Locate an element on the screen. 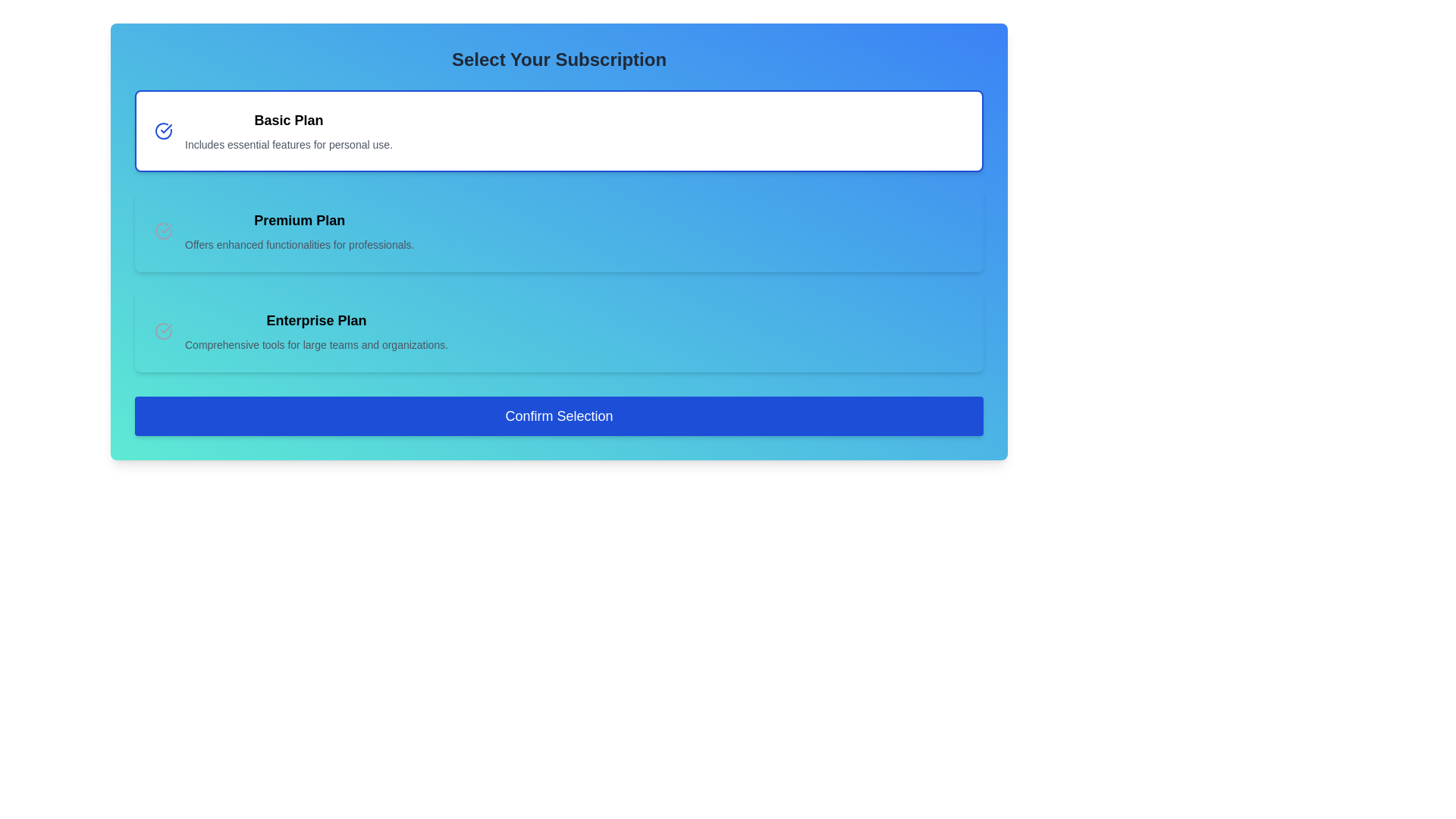 The image size is (1456, 819). the Text Label providing additional descriptive information about the 'Basic Plan' option, which is centrally located under the heading 'Basic Plan' is located at coordinates (288, 145).